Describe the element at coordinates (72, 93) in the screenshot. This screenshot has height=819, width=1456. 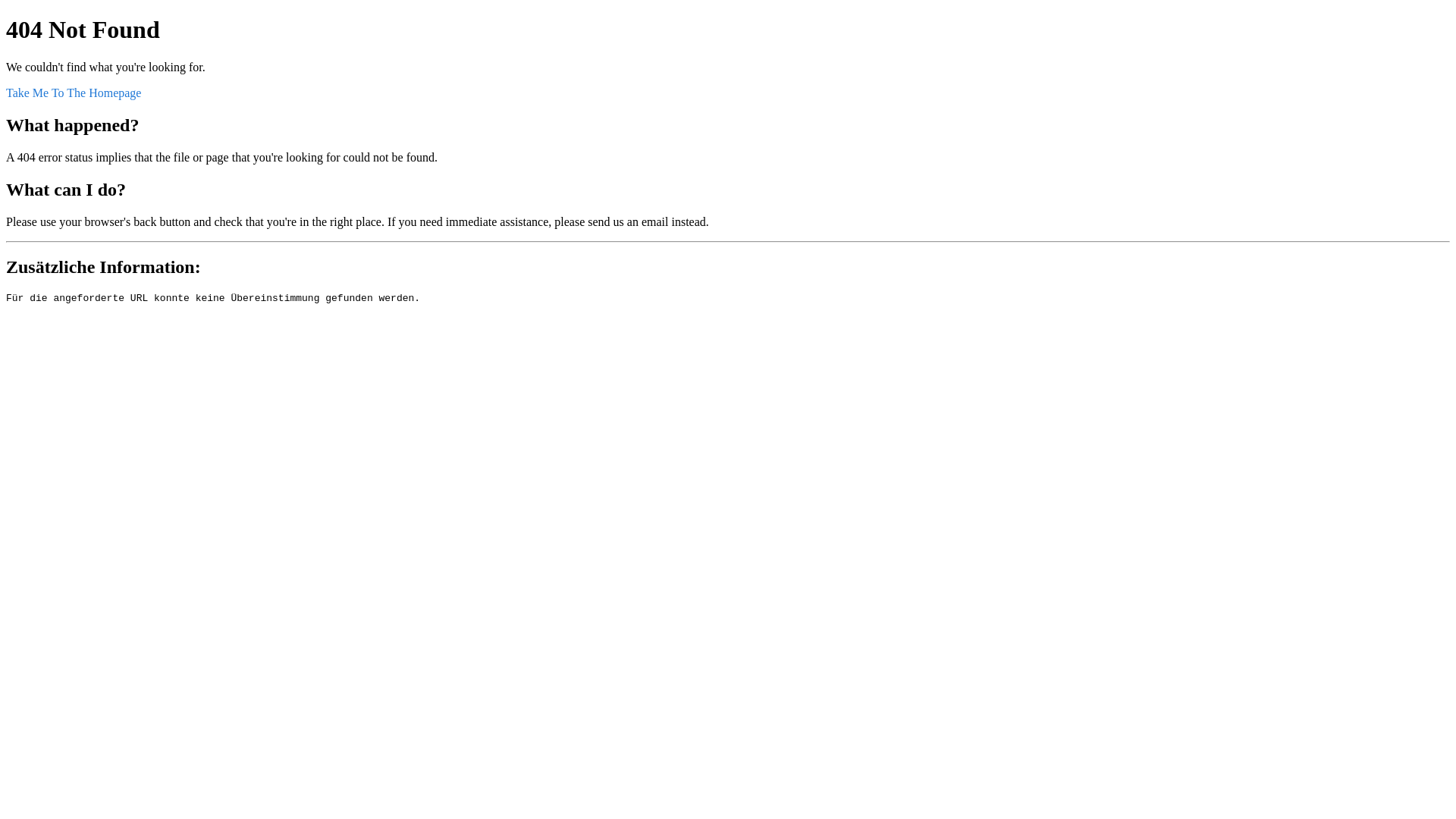
I see `'Take Me To The Homepage'` at that location.